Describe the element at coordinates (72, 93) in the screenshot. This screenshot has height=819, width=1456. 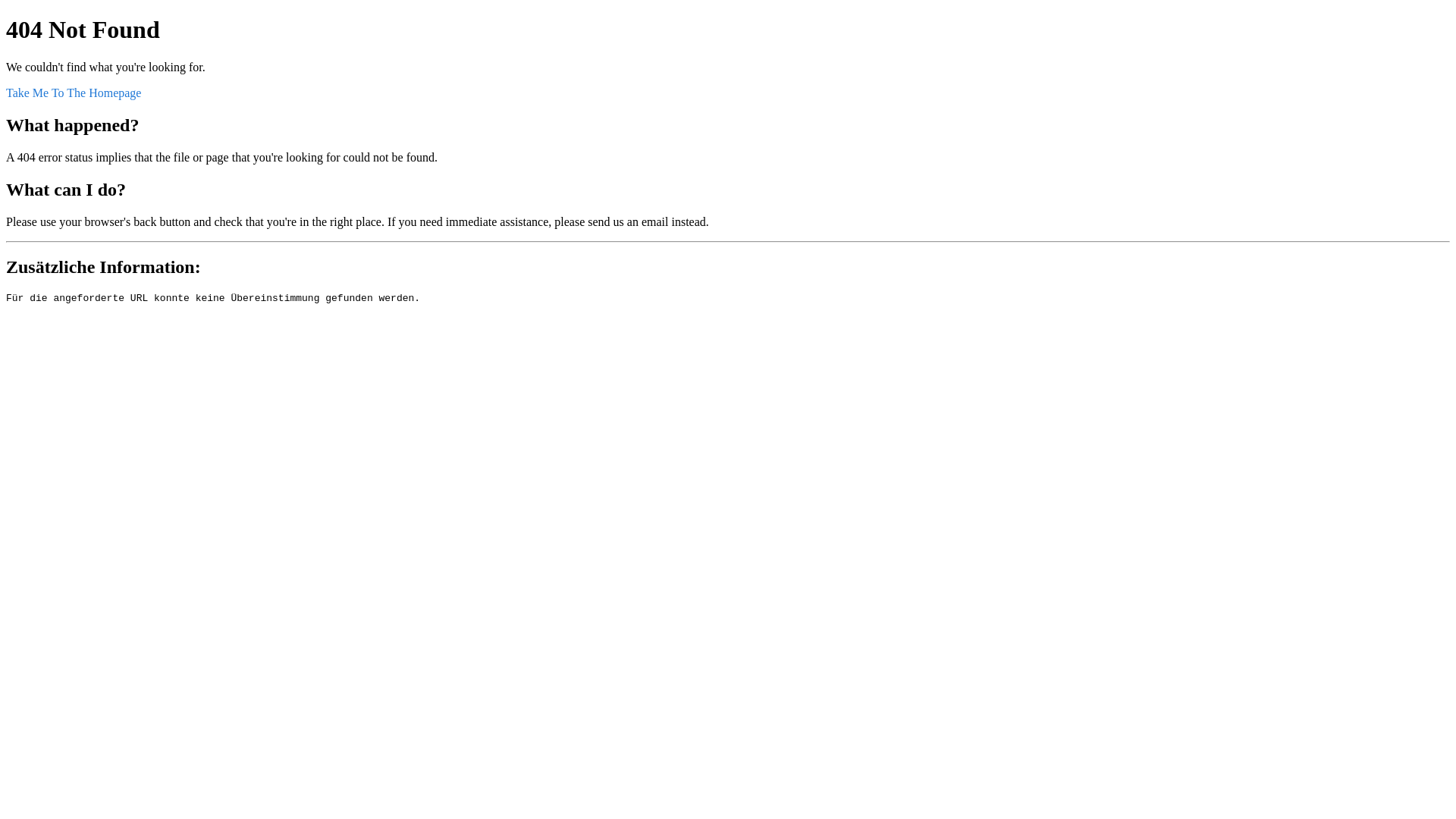
I see `'Take Me To The Homepage'` at that location.